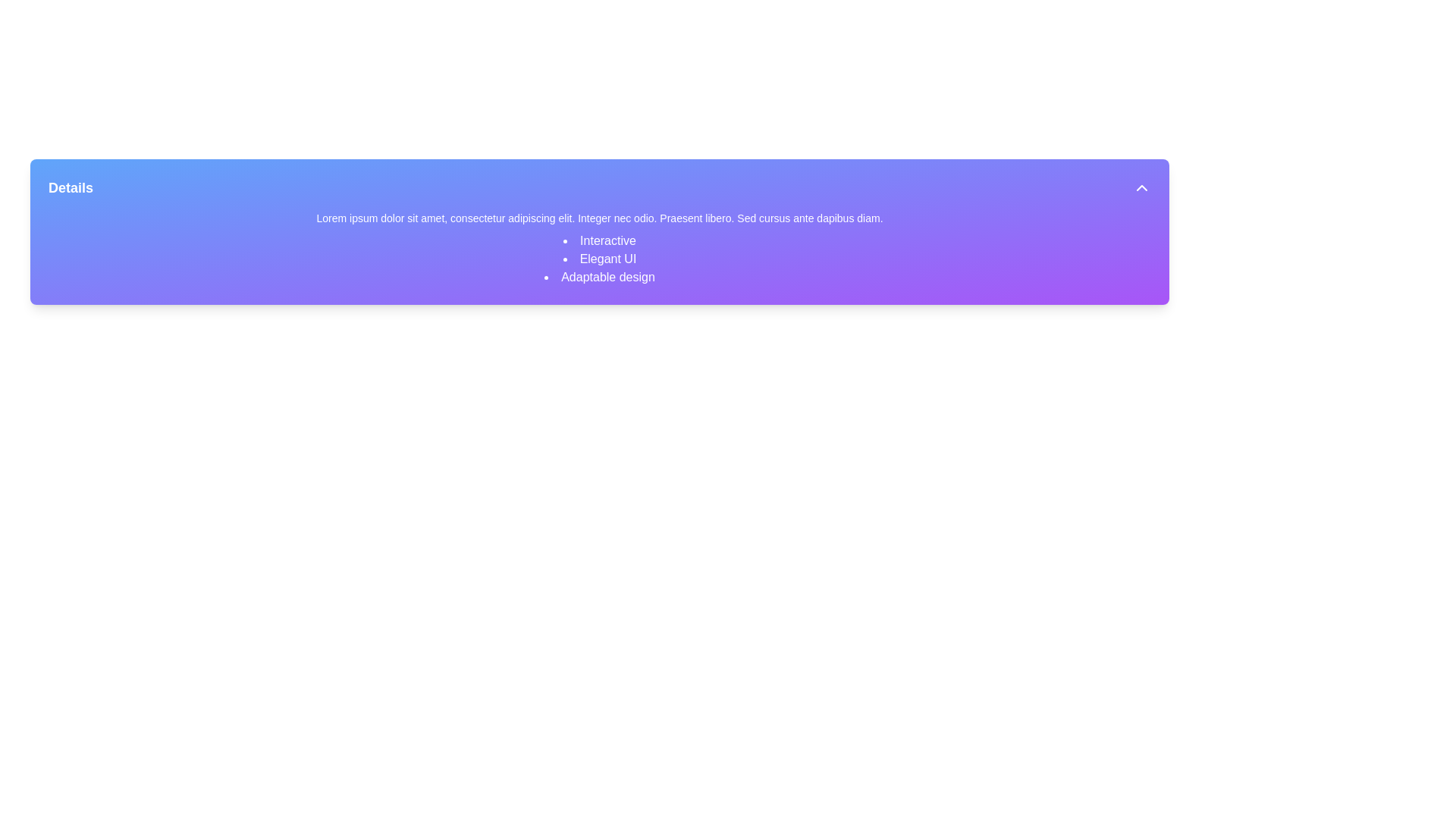 This screenshot has height=819, width=1456. I want to click on the first paragraph styled with a smaller font size that displays the text 'Lorem ipsum dolor sit amet, consectetur adipiscing elit. Integer nec odio. Praesent libero. Sed cursus ante dapibus diam.' positioned against a gradient background transitioning from blue to purple, so click(599, 218).